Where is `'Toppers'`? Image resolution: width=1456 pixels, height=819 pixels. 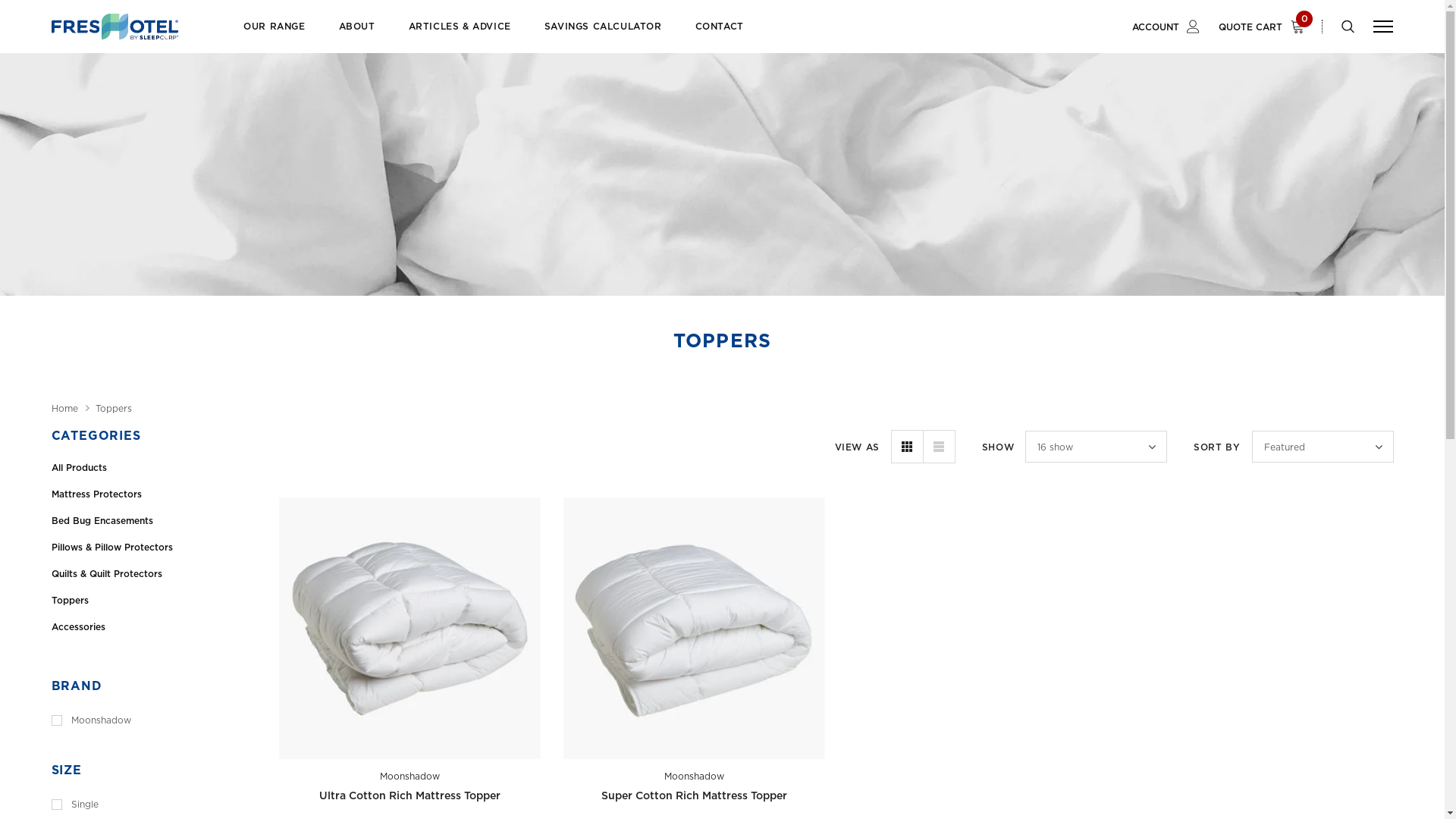 'Toppers' is located at coordinates (112, 408).